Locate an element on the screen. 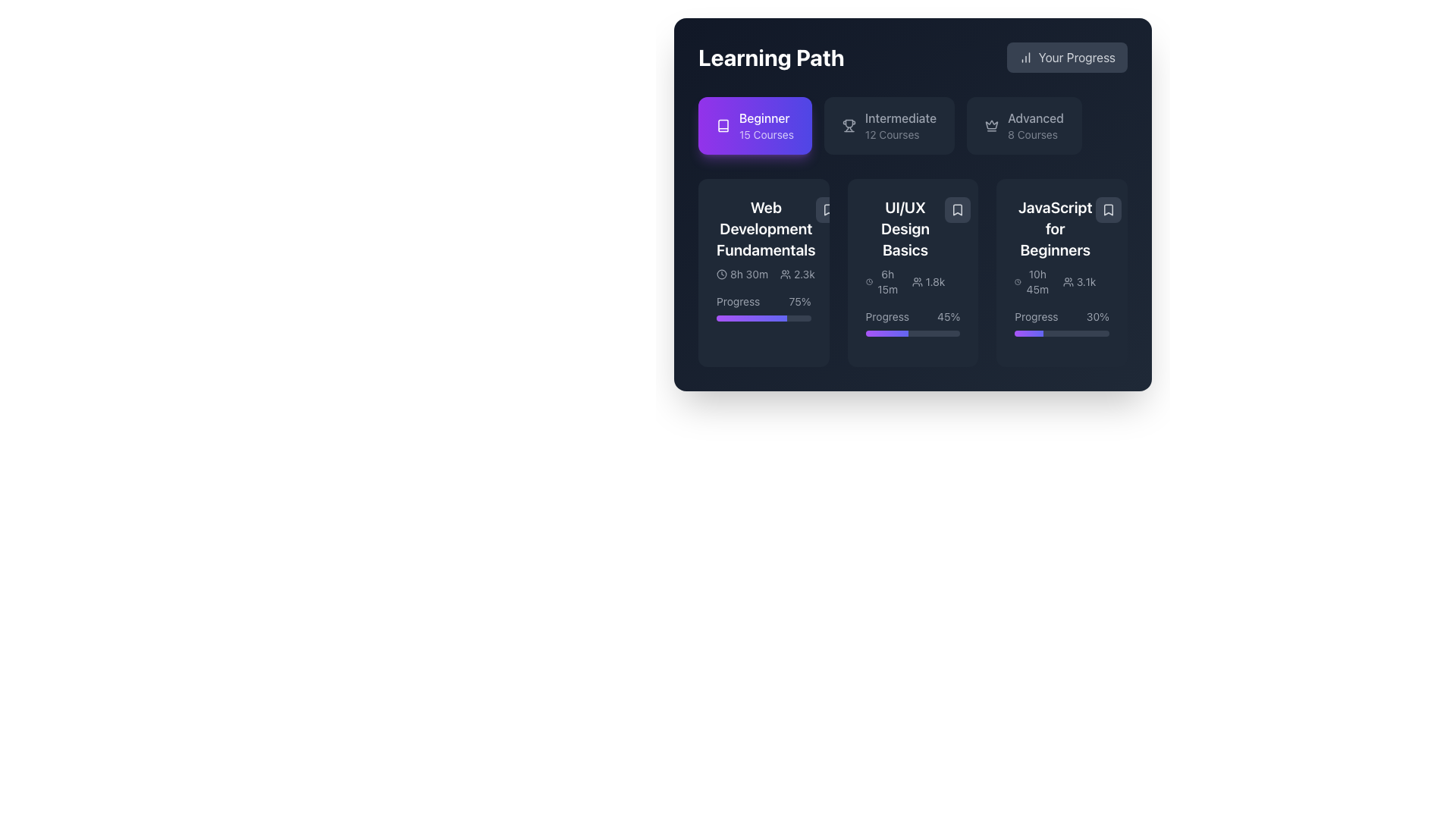 The image size is (1456, 819). the progress is located at coordinates (735, 318).